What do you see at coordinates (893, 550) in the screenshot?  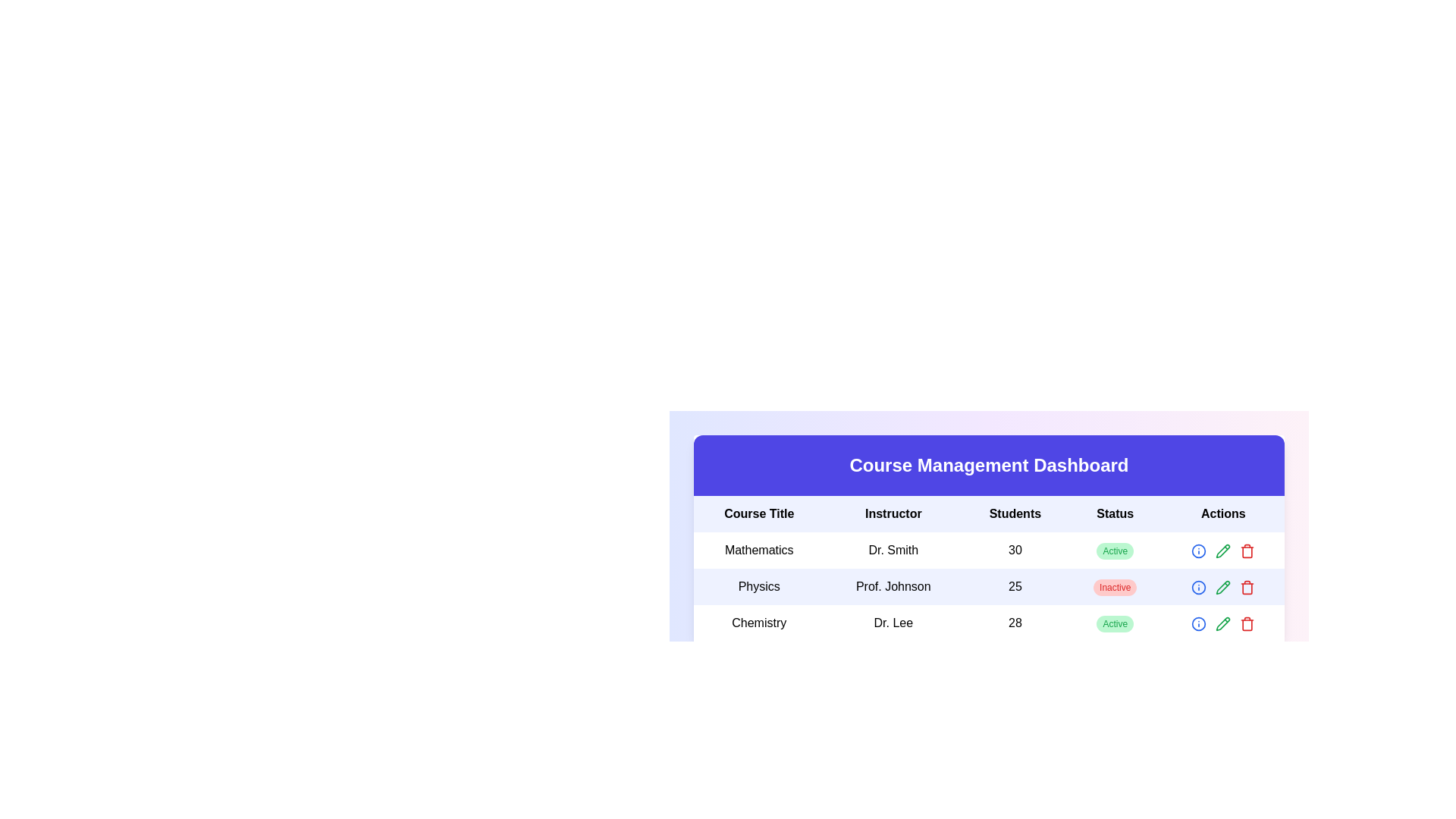 I see `name 'Dr. Smith' from the Text label element located in the Instructor column of the table, which is the second cell in the row corresponding to 'Mathematics'` at bounding box center [893, 550].